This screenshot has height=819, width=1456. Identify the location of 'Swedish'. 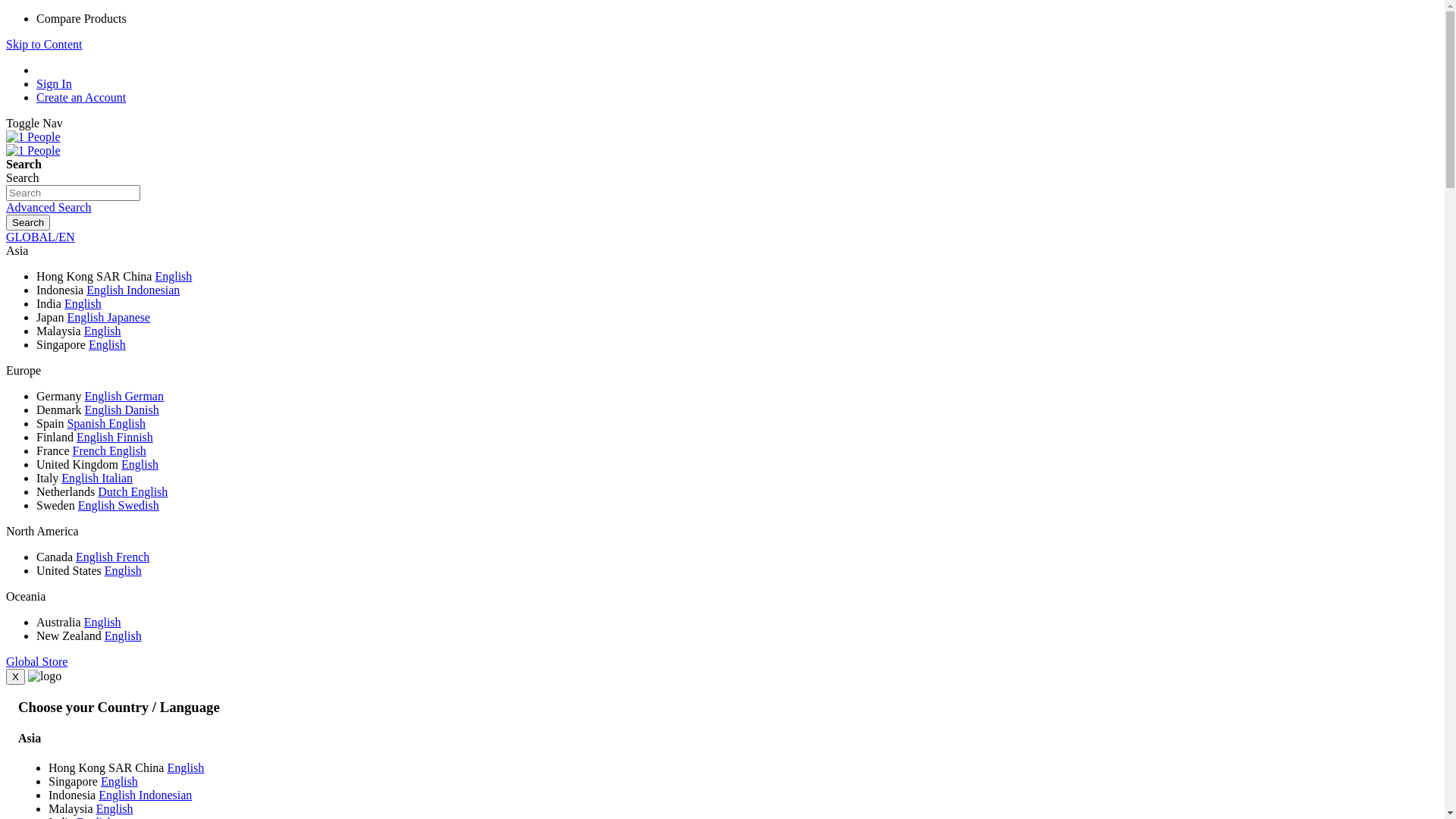
(138, 505).